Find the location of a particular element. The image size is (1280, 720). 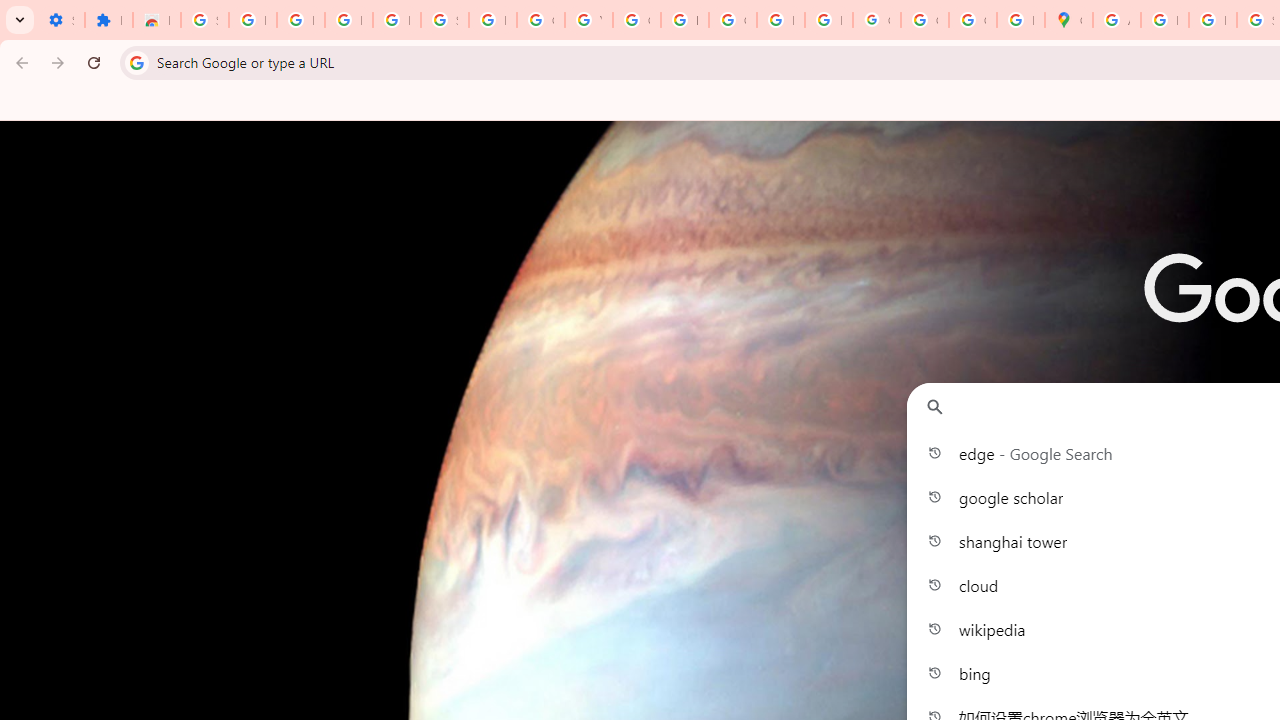

'Reviews: Helix Fruit Jump Arcade Game' is located at coordinates (155, 20).